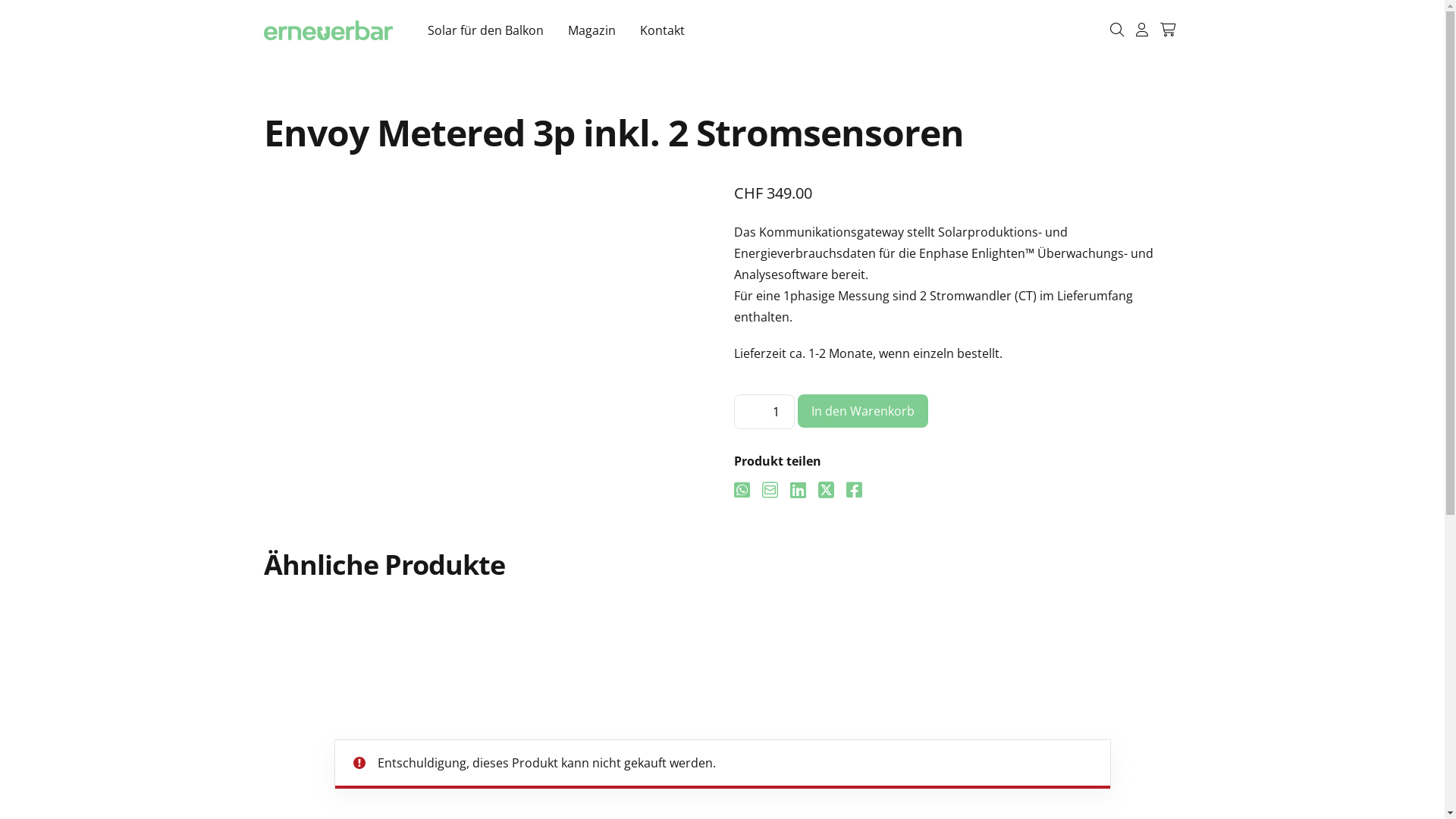  What do you see at coordinates (590, 30) in the screenshot?
I see `'Magazin'` at bounding box center [590, 30].